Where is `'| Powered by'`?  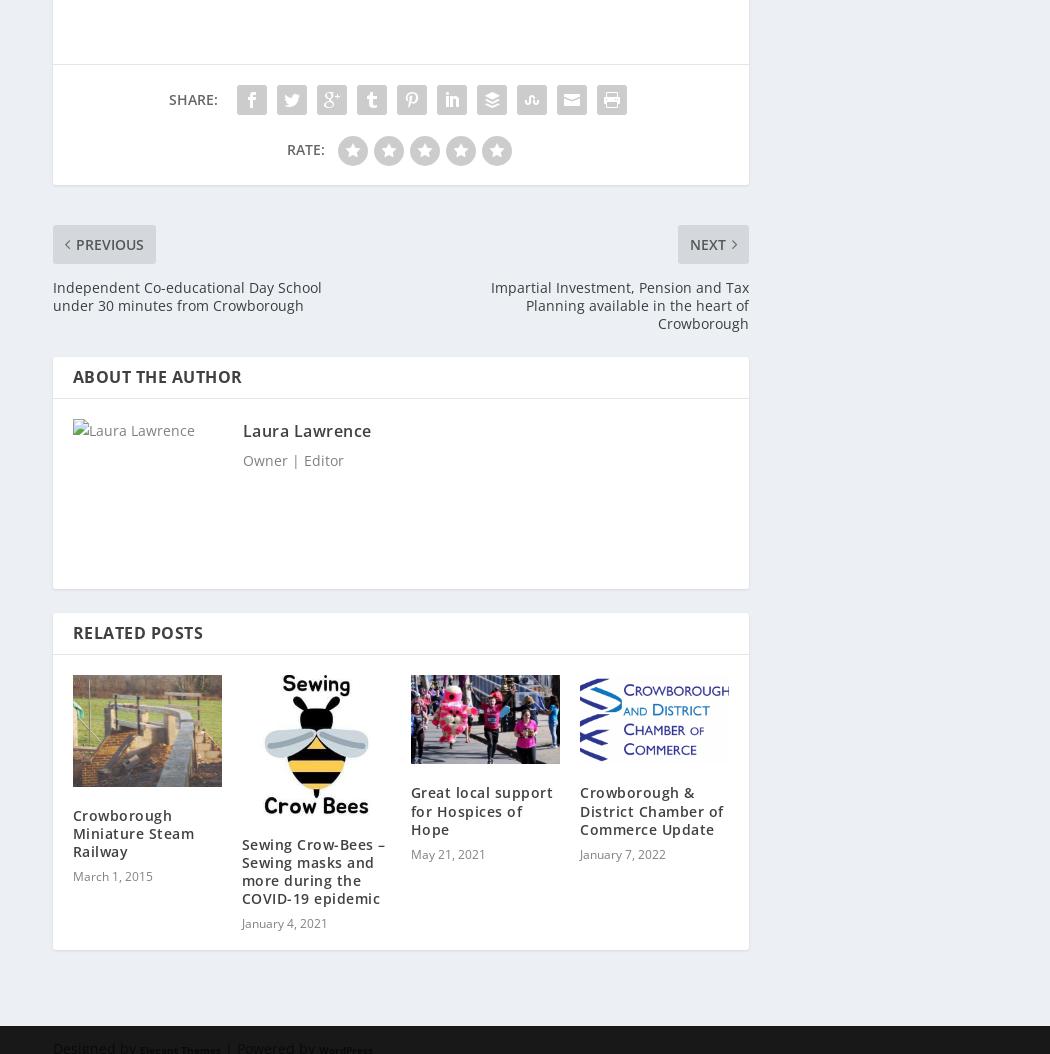 '| Powered by' is located at coordinates (268, 1037).